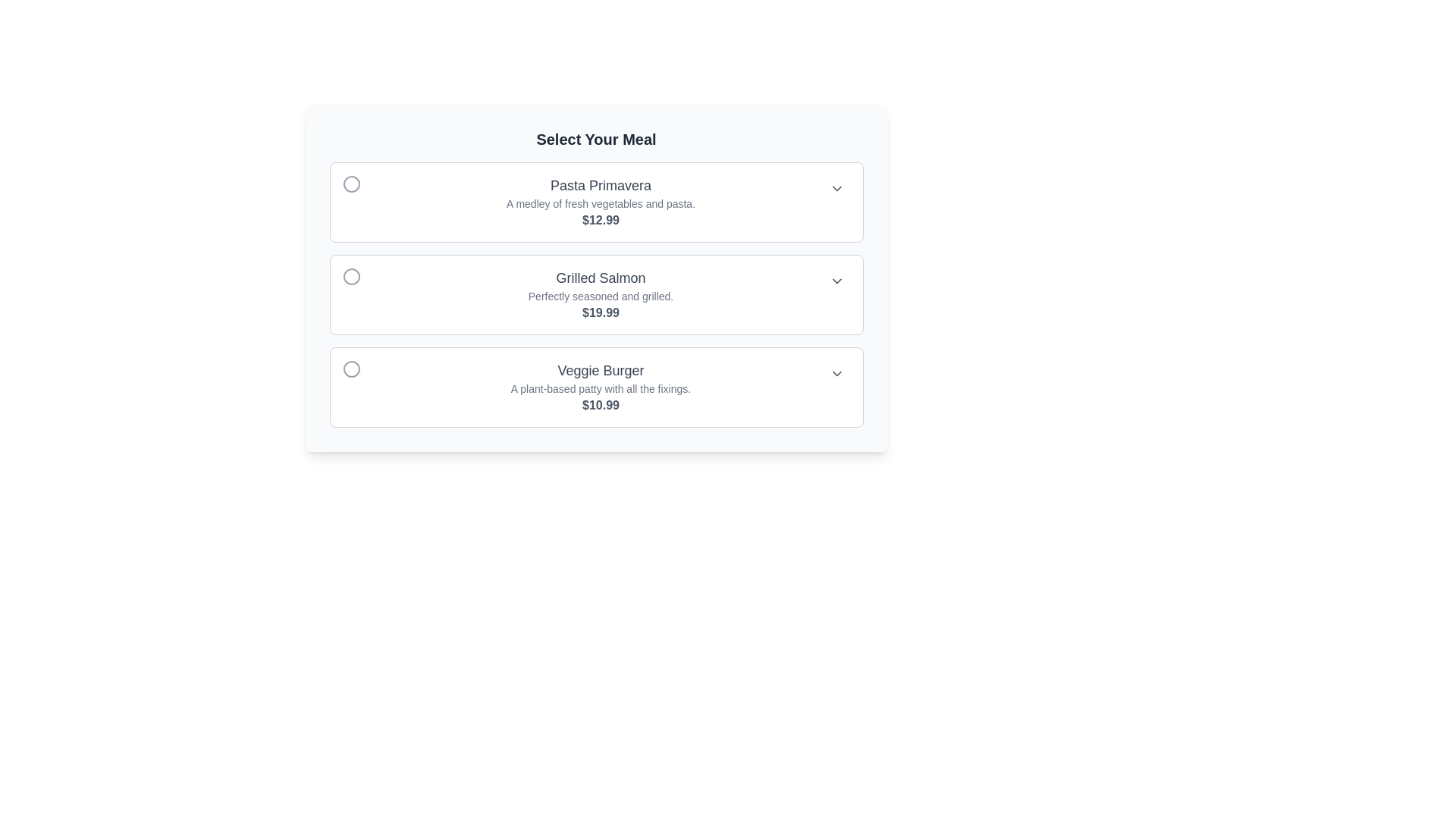 The width and height of the screenshot is (1456, 819). Describe the element at coordinates (836, 281) in the screenshot. I see `the chevron icon pointing downward located next to the 'Grilled Salmon' section` at that location.